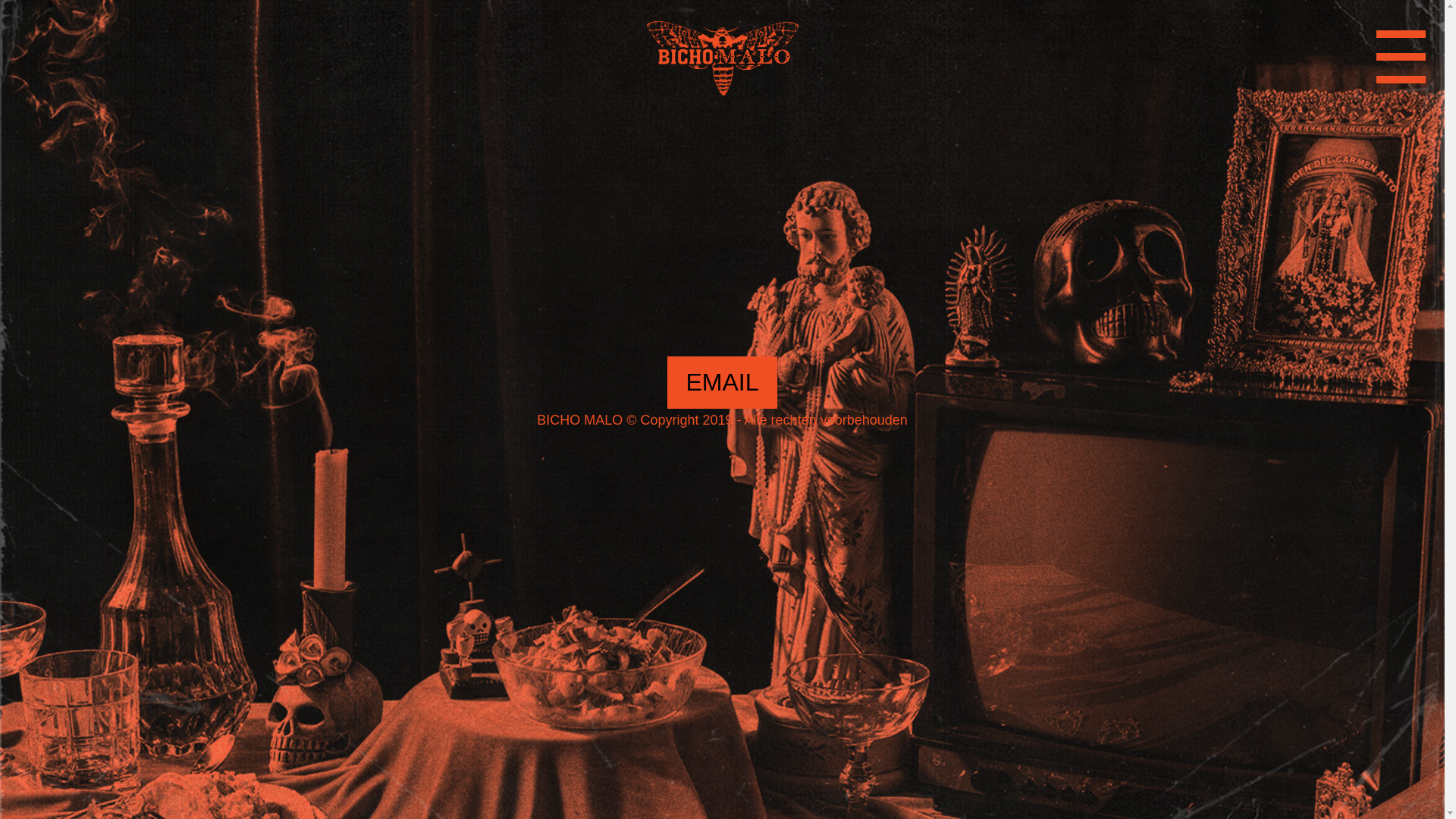 Image resolution: width=1456 pixels, height=819 pixels. What do you see at coordinates (720, 381) in the screenshot?
I see `'EMAIL'` at bounding box center [720, 381].